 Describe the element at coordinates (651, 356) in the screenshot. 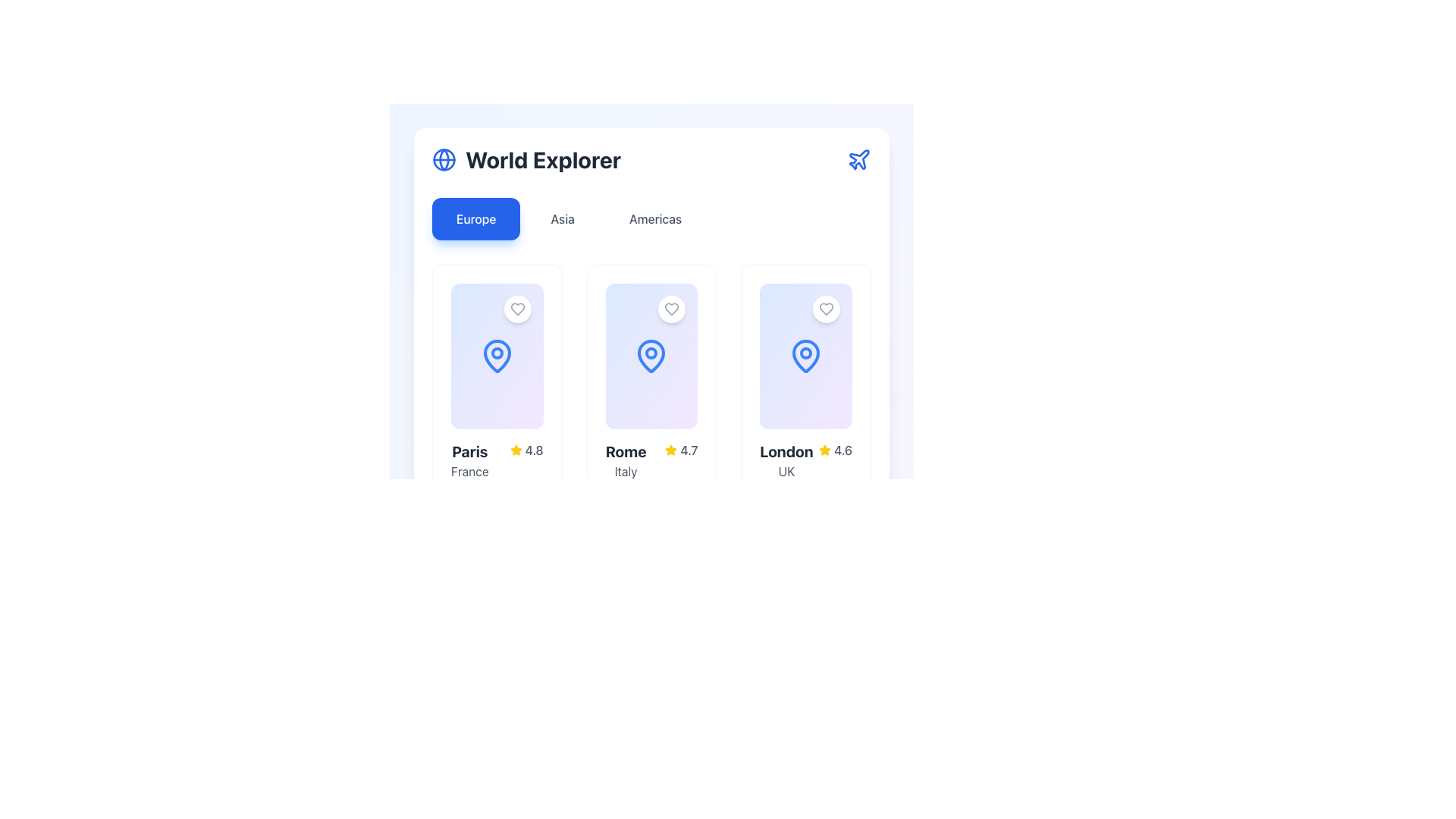

I see `the central map pin icon representing 'Rome, Italy' located in the second column of the 'Europe' section` at that location.